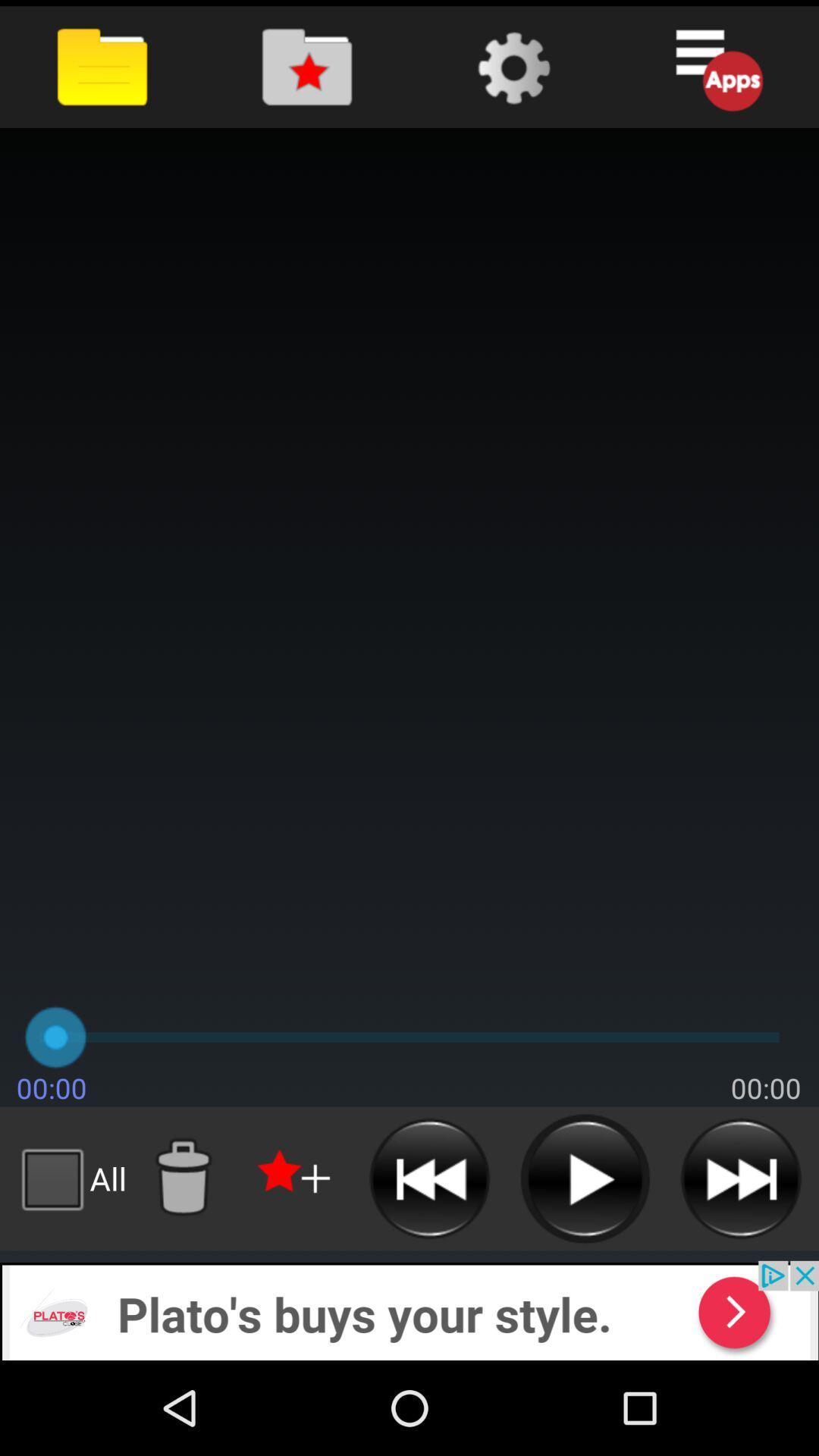 This screenshot has height=1456, width=819. I want to click on song, so click(584, 1178).